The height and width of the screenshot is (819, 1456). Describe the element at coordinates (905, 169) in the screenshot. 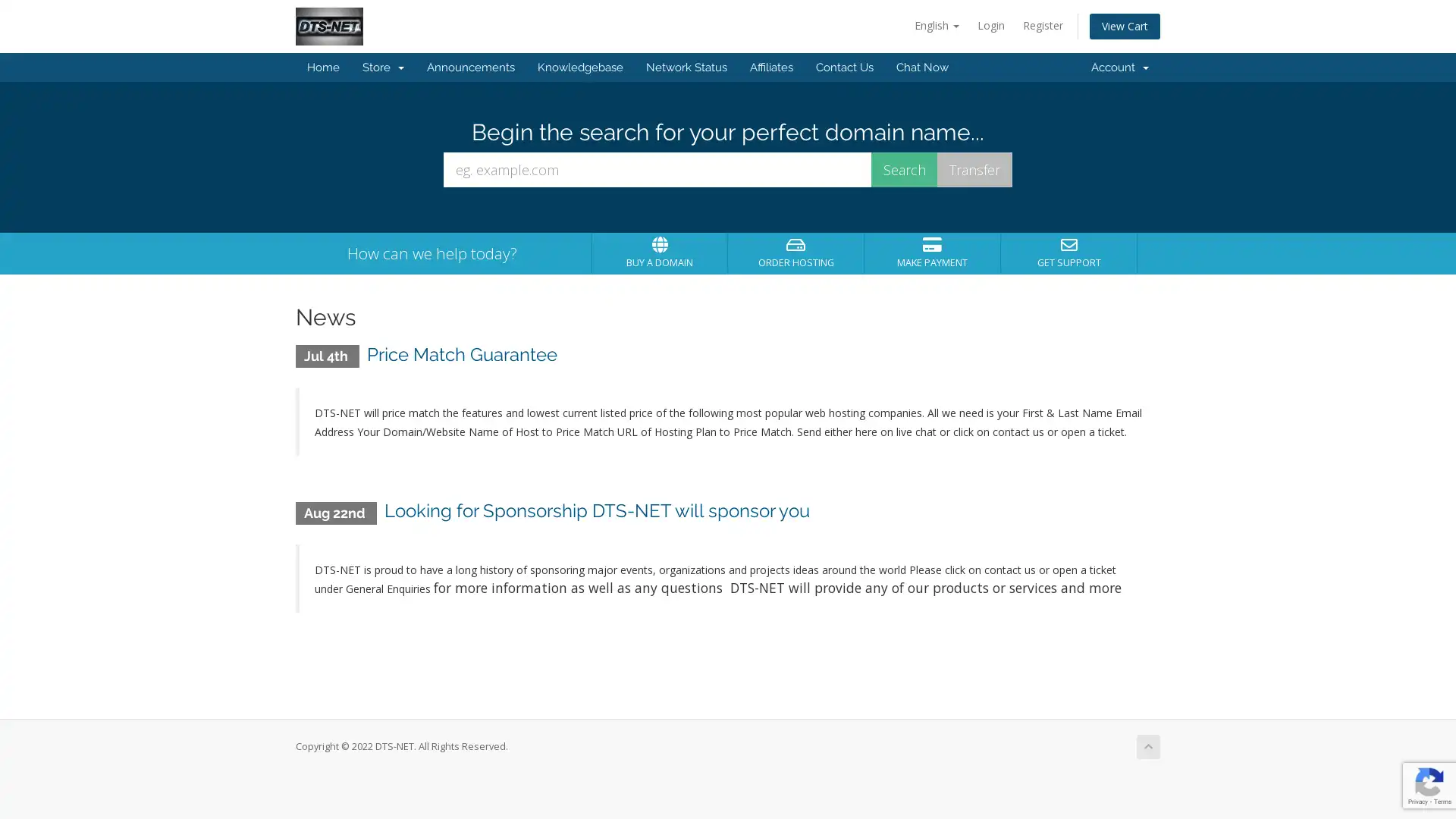

I see `Search` at that location.